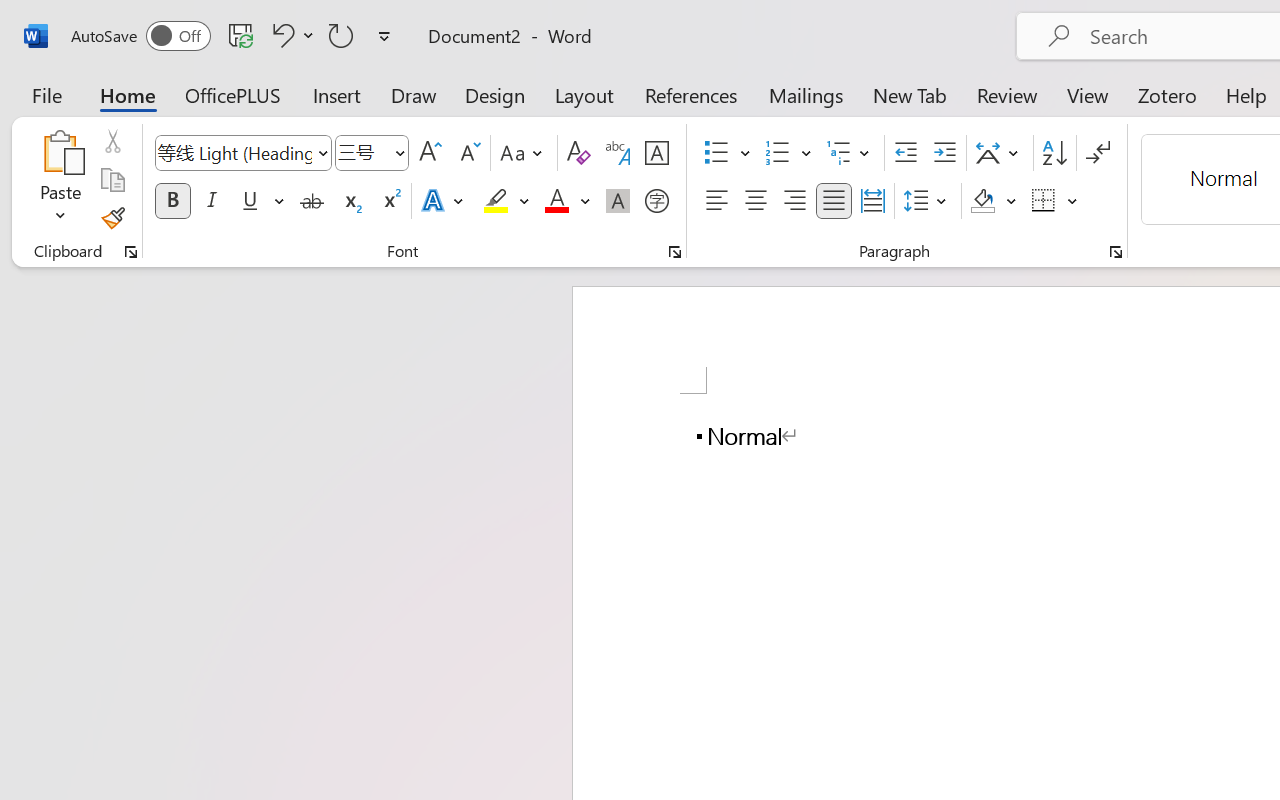  Describe the element at coordinates (130, 251) in the screenshot. I see `'Office Clipboard...'` at that location.